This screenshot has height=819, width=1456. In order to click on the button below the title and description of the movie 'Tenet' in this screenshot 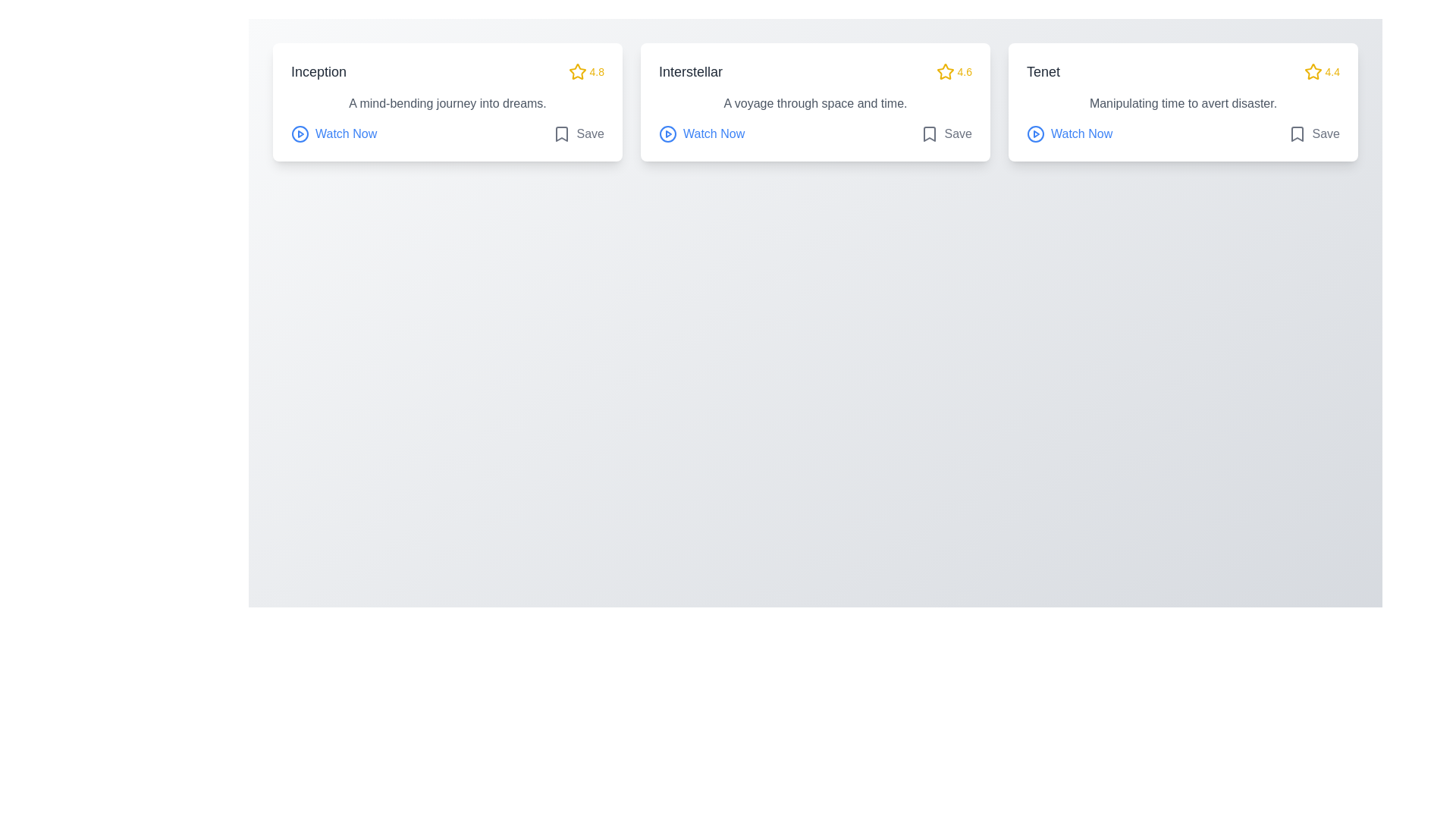, I will do `click(1068, 133)`.